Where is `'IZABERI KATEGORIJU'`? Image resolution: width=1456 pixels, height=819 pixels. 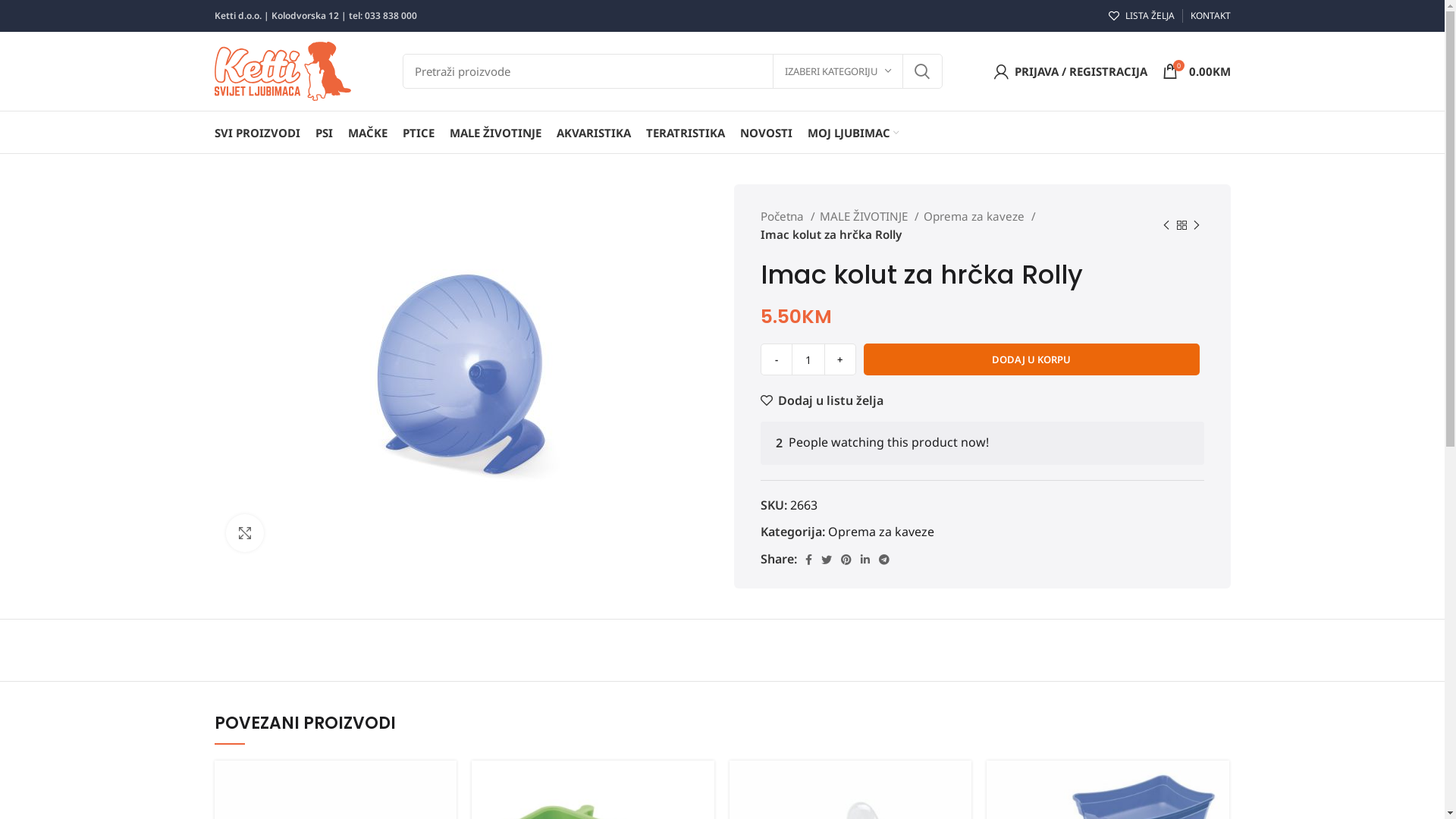
'IZABERI KATEGORIJU' is located at coordinates (836, 71).